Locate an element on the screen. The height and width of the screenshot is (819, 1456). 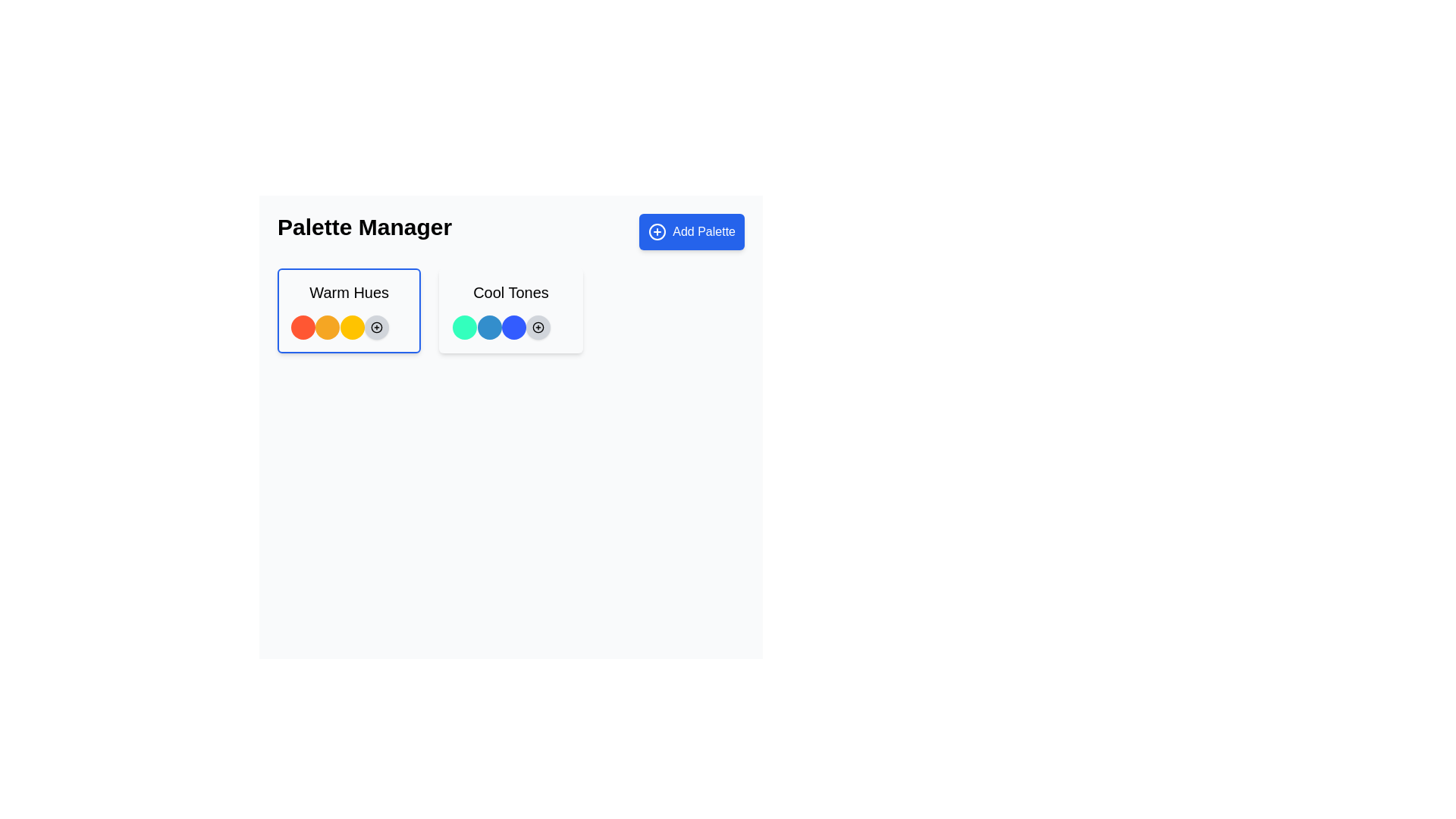
the text 'Cool Tones' is located at coordinates (510, 292).